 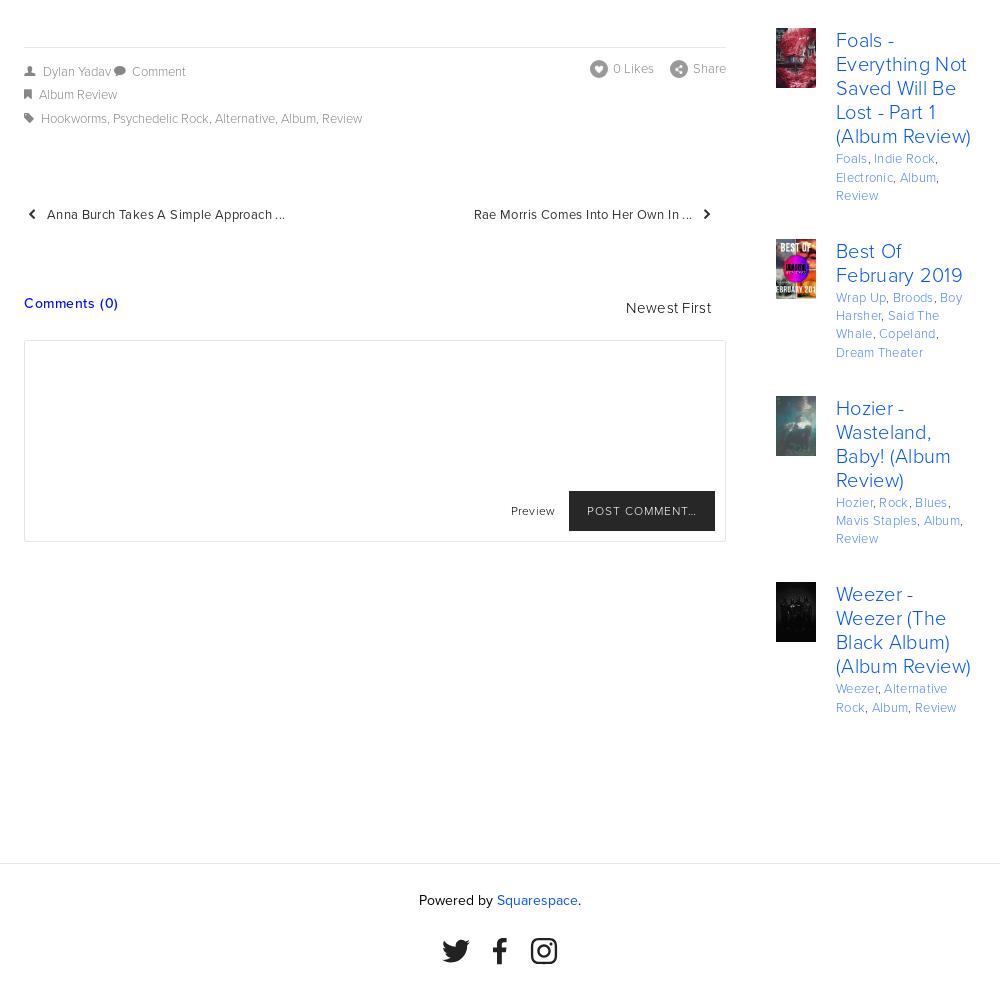 I want to click on 'Powered by', so click(x=418, y=898).